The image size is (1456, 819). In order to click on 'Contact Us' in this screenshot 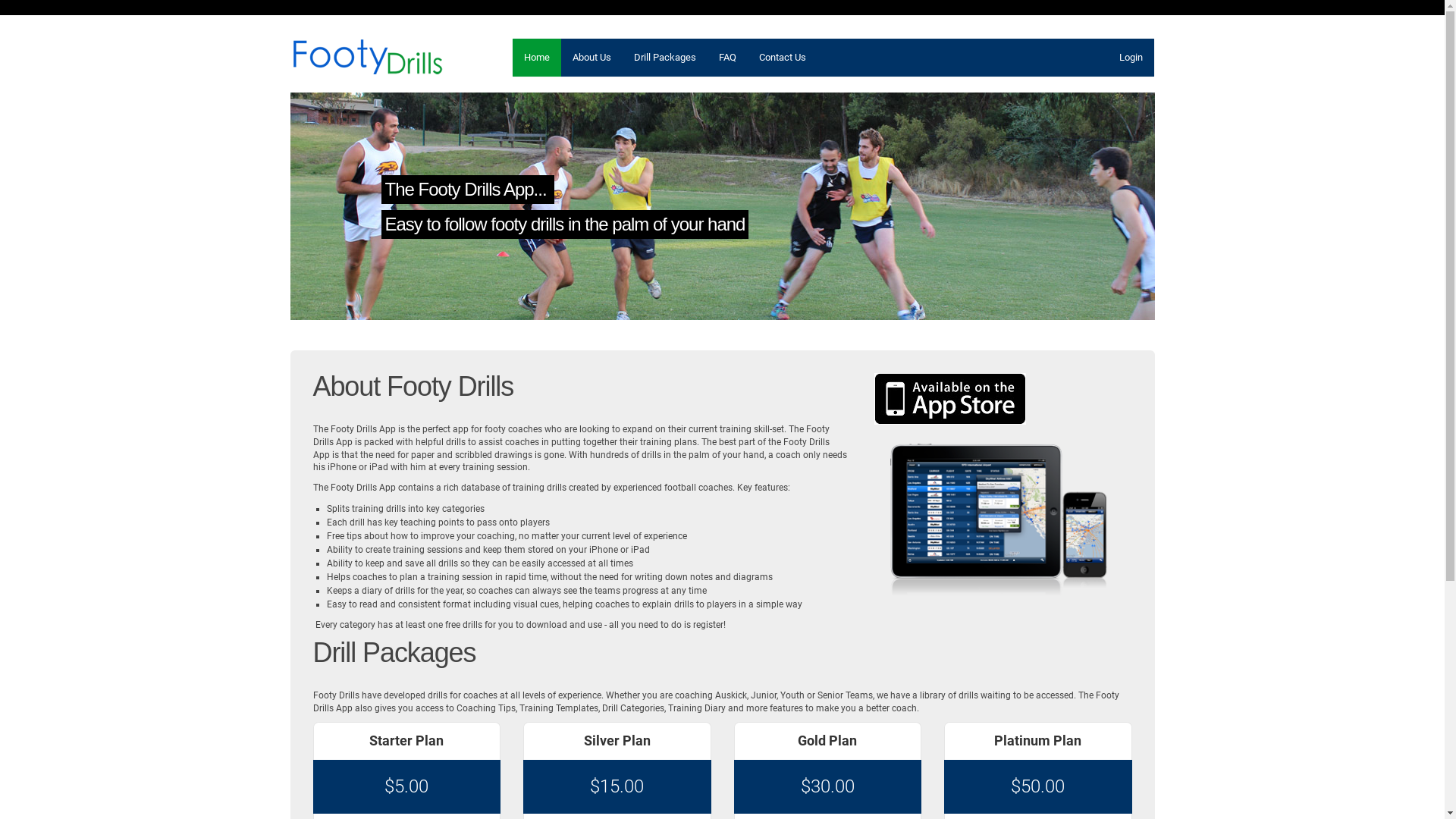, I will do `click(783, 57)`.